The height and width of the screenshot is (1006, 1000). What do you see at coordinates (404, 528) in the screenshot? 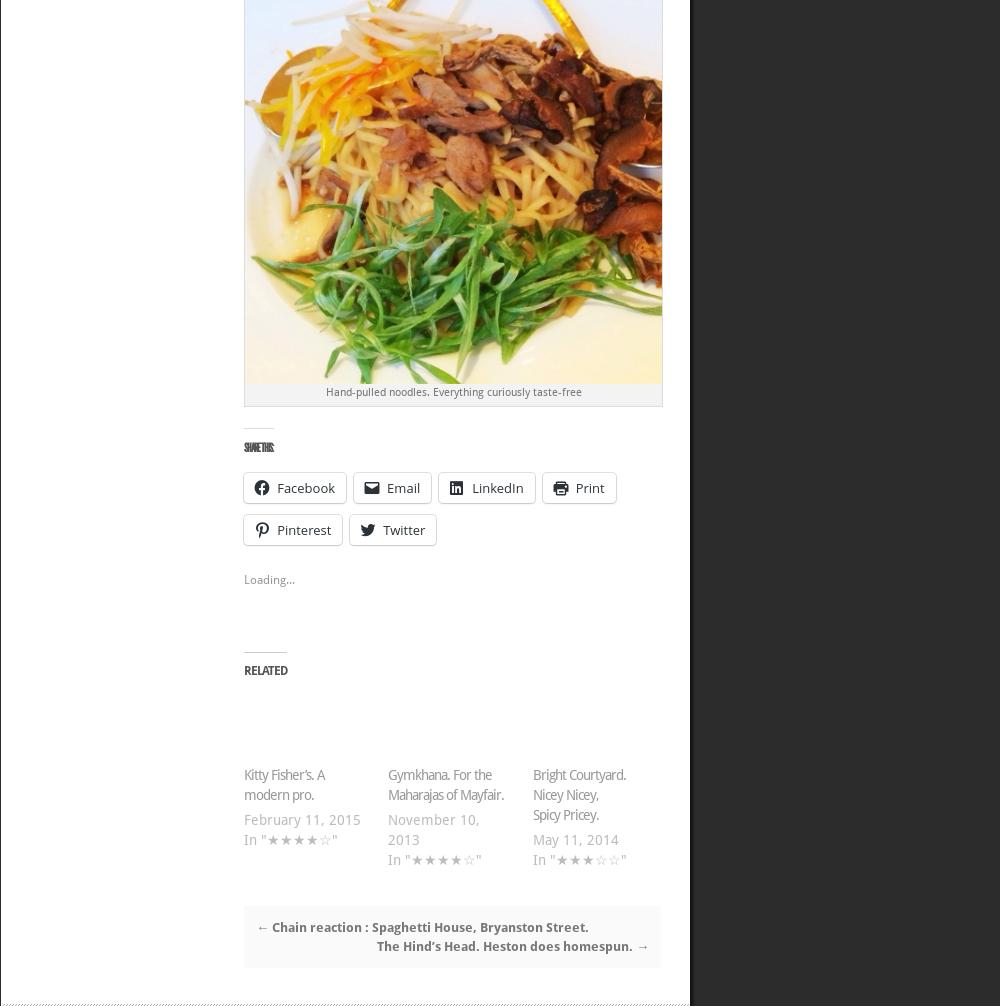
I see `'Twitter'` at bounding box center [404, 528].